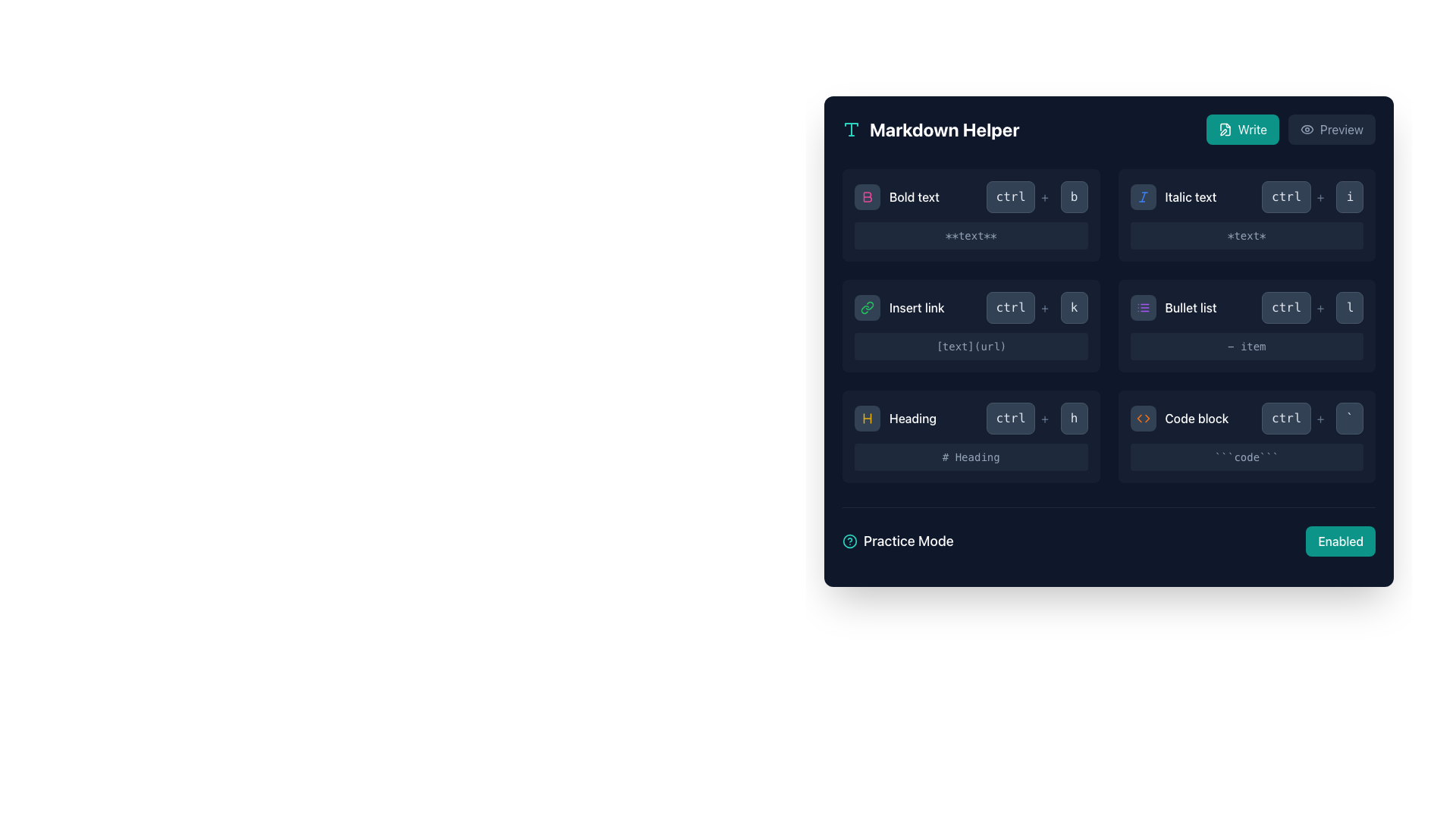 This screenshot has height=819, width=1456. Describe the element at coordinates (895, 418) in the screenshot. I see `the button with the yellow 'H' icon and the text 'Heading'` at that location.